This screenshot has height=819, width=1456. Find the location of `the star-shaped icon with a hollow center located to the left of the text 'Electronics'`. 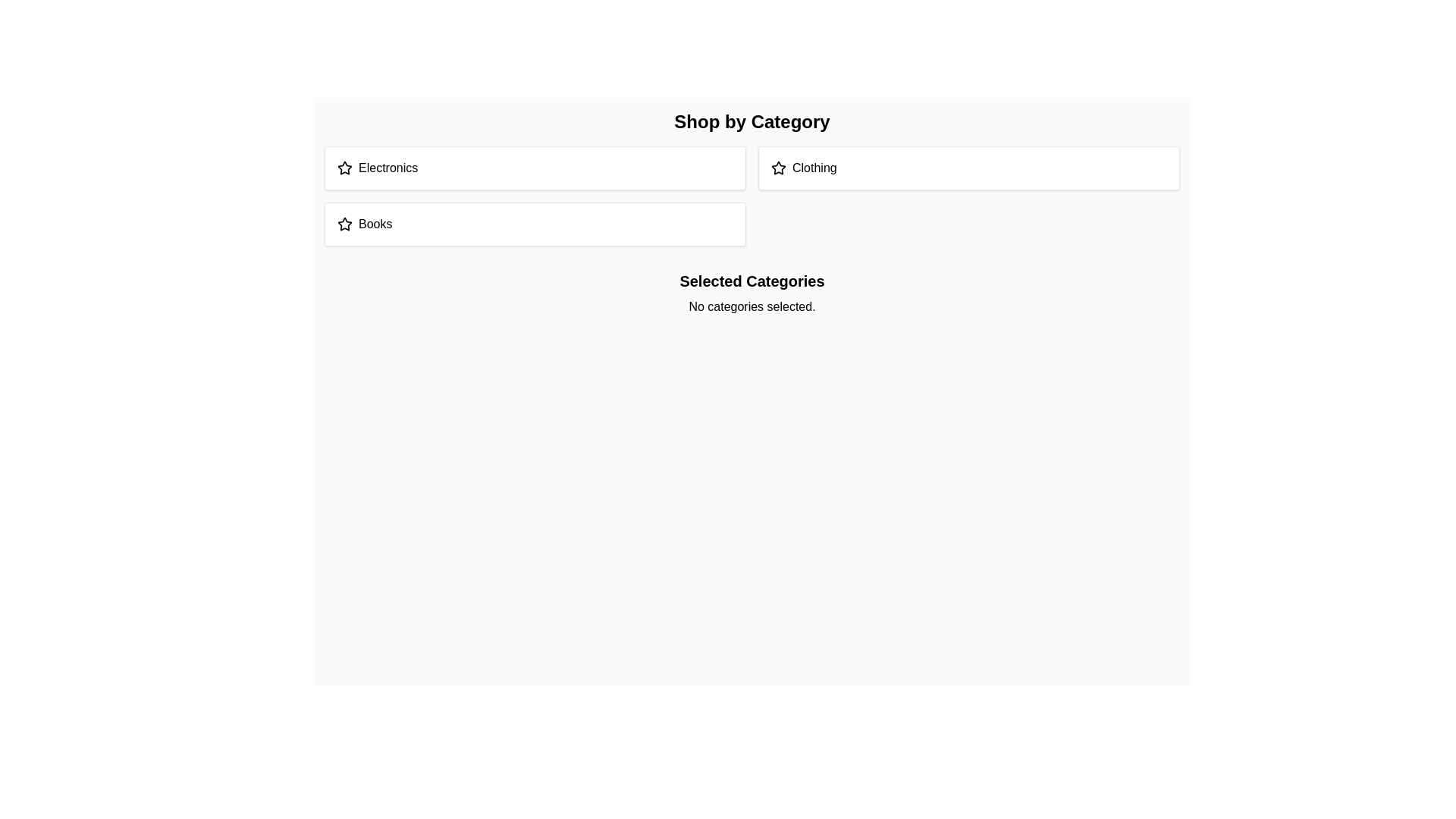

the star-shaped icon with a hollow center located to the left of the text 'Electronics' is located at coordinates (344, 168).